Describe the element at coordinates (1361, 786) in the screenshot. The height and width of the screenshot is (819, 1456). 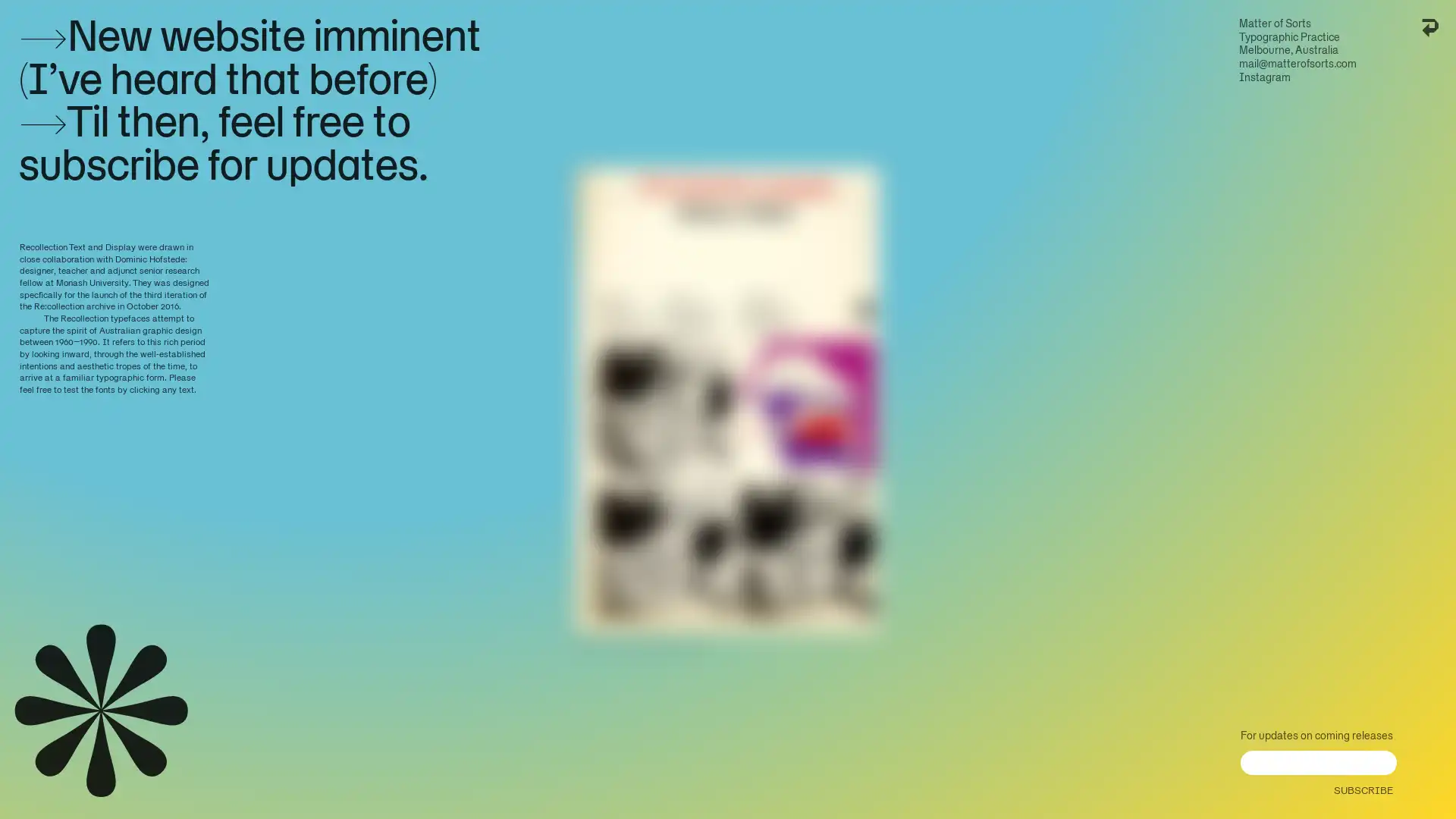
I see `Subscribe` at that location.